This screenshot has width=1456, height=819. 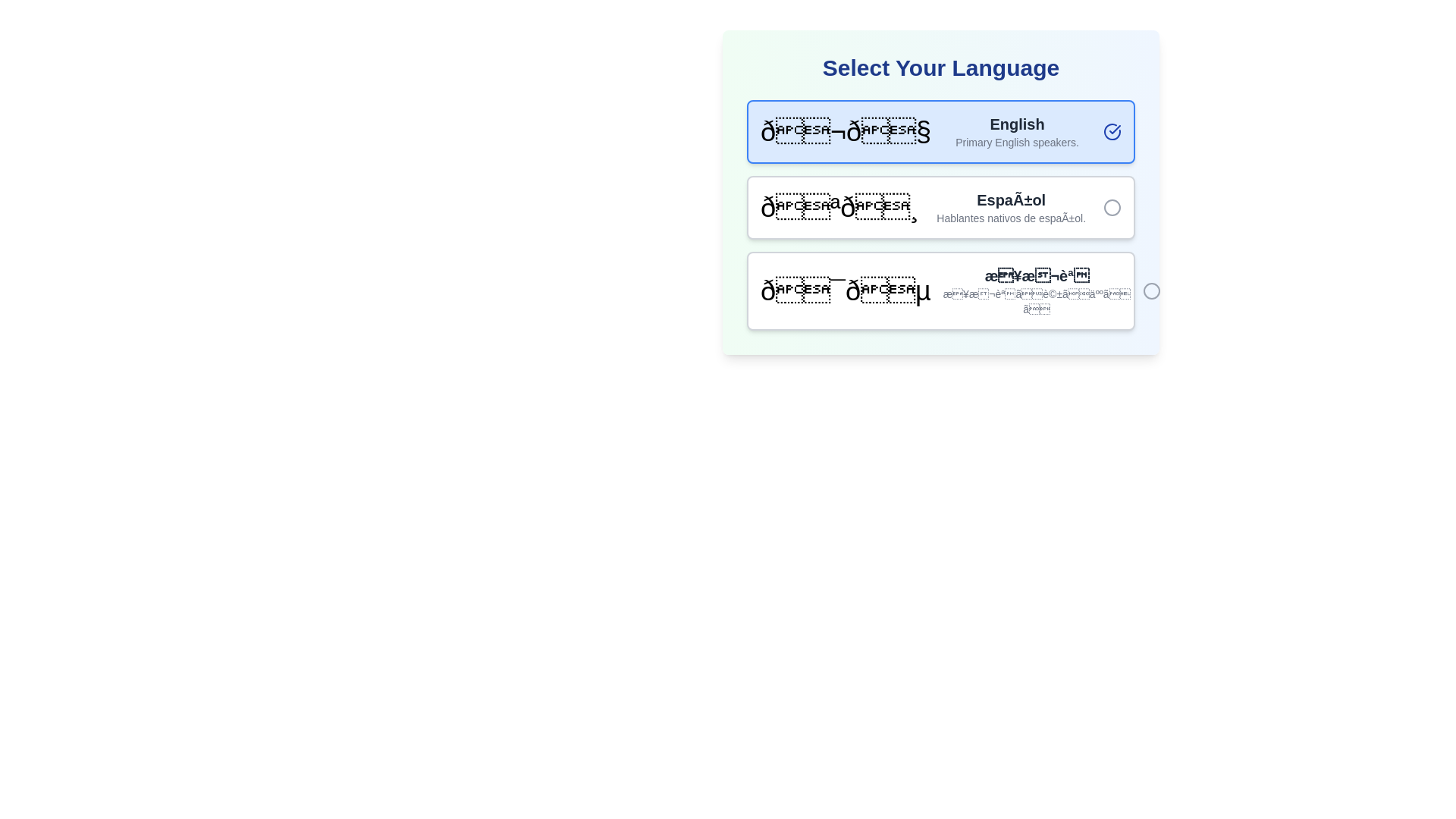 I want to click on the Composite text block containing the bold word 'English' and the supporting text 'Primary English speakers.', so click(x=1017, y=130).